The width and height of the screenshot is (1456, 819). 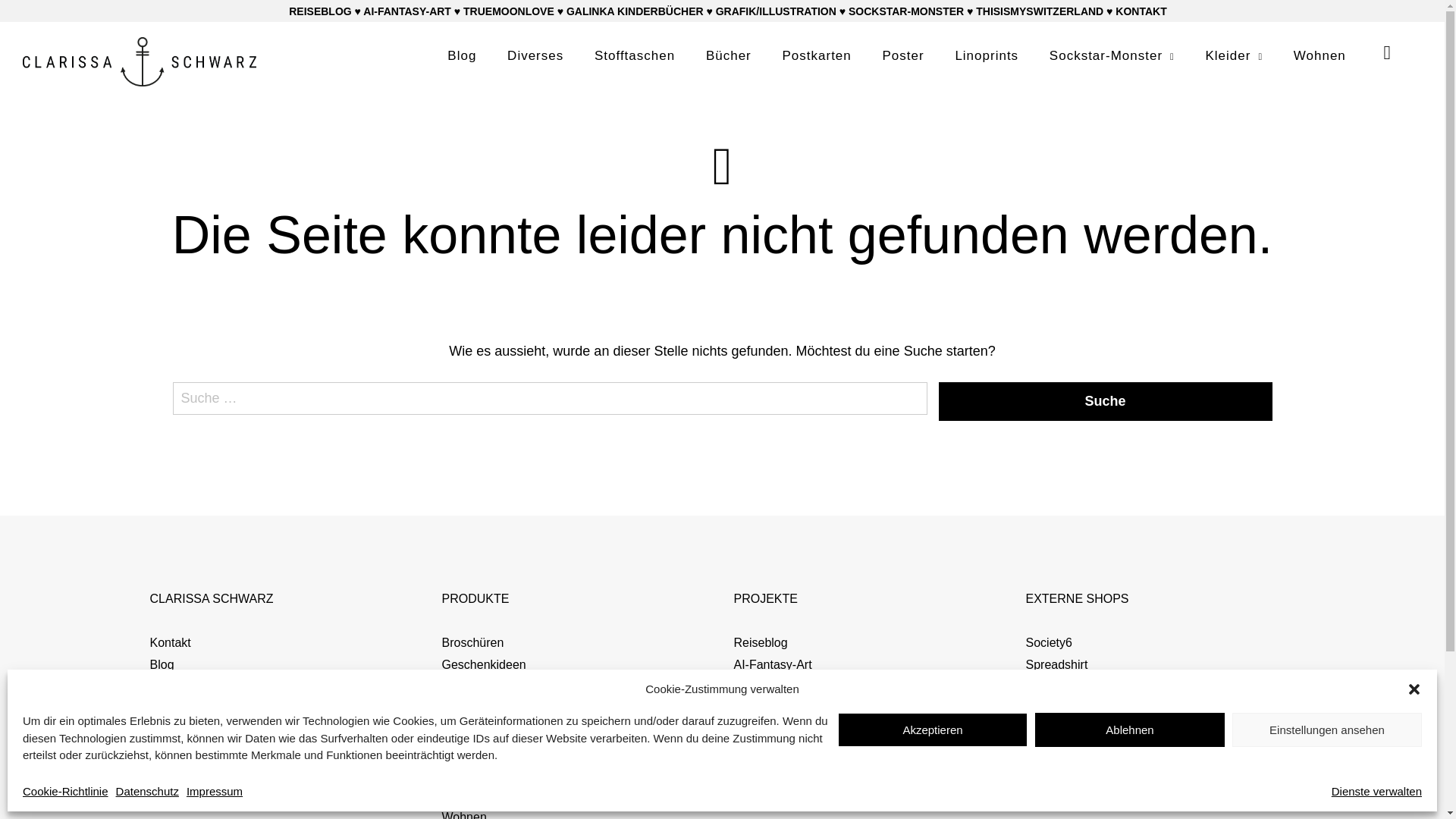 I want to click on 'TRUEMOONLOVE', so click(x=509, y=11).